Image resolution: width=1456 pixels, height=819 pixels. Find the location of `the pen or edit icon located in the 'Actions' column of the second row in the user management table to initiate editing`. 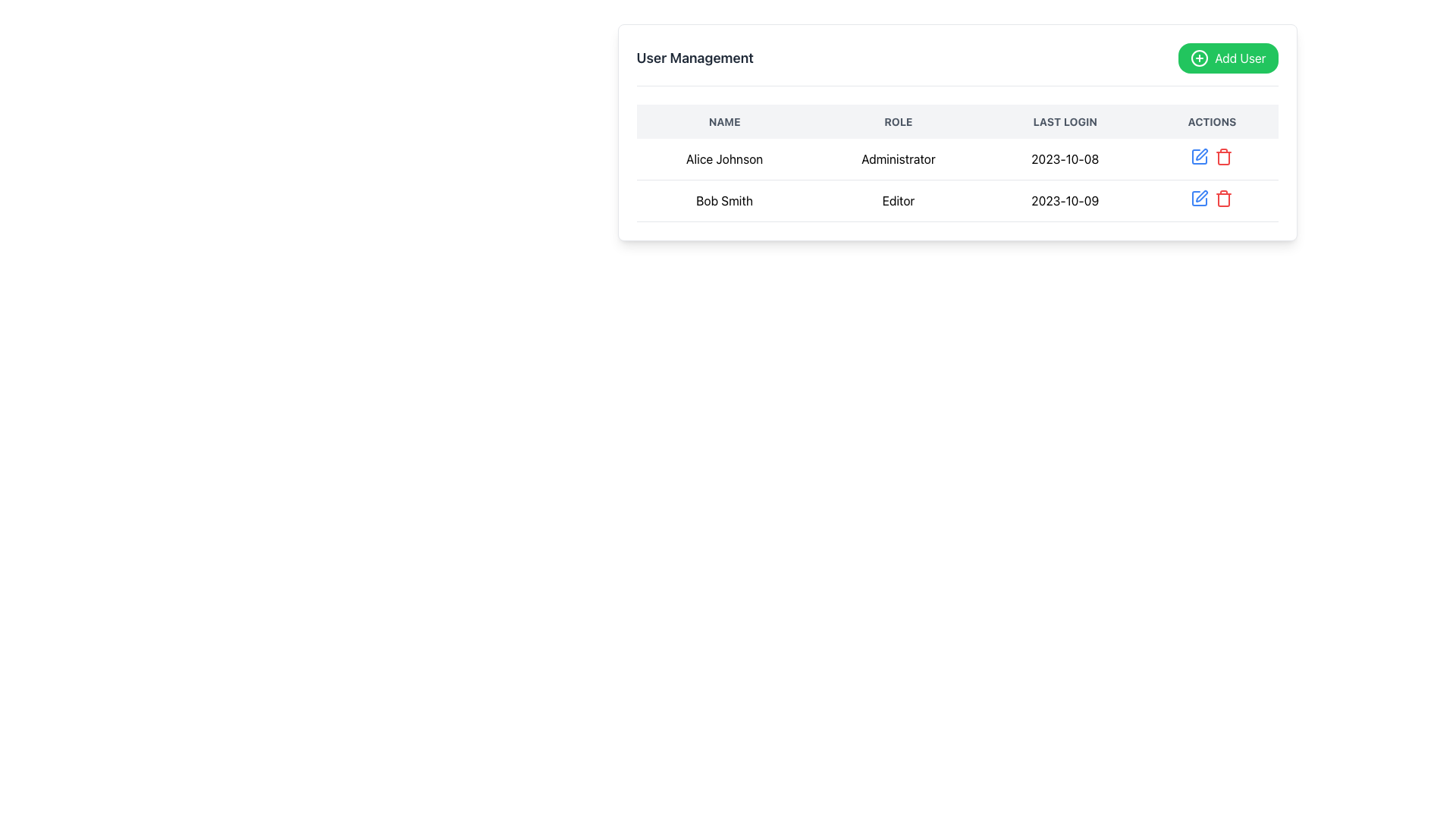

the pen or edit icon located in the 'Actions' column of the second row in the user management table to initiate editing is located at coordinates (1201, 155).